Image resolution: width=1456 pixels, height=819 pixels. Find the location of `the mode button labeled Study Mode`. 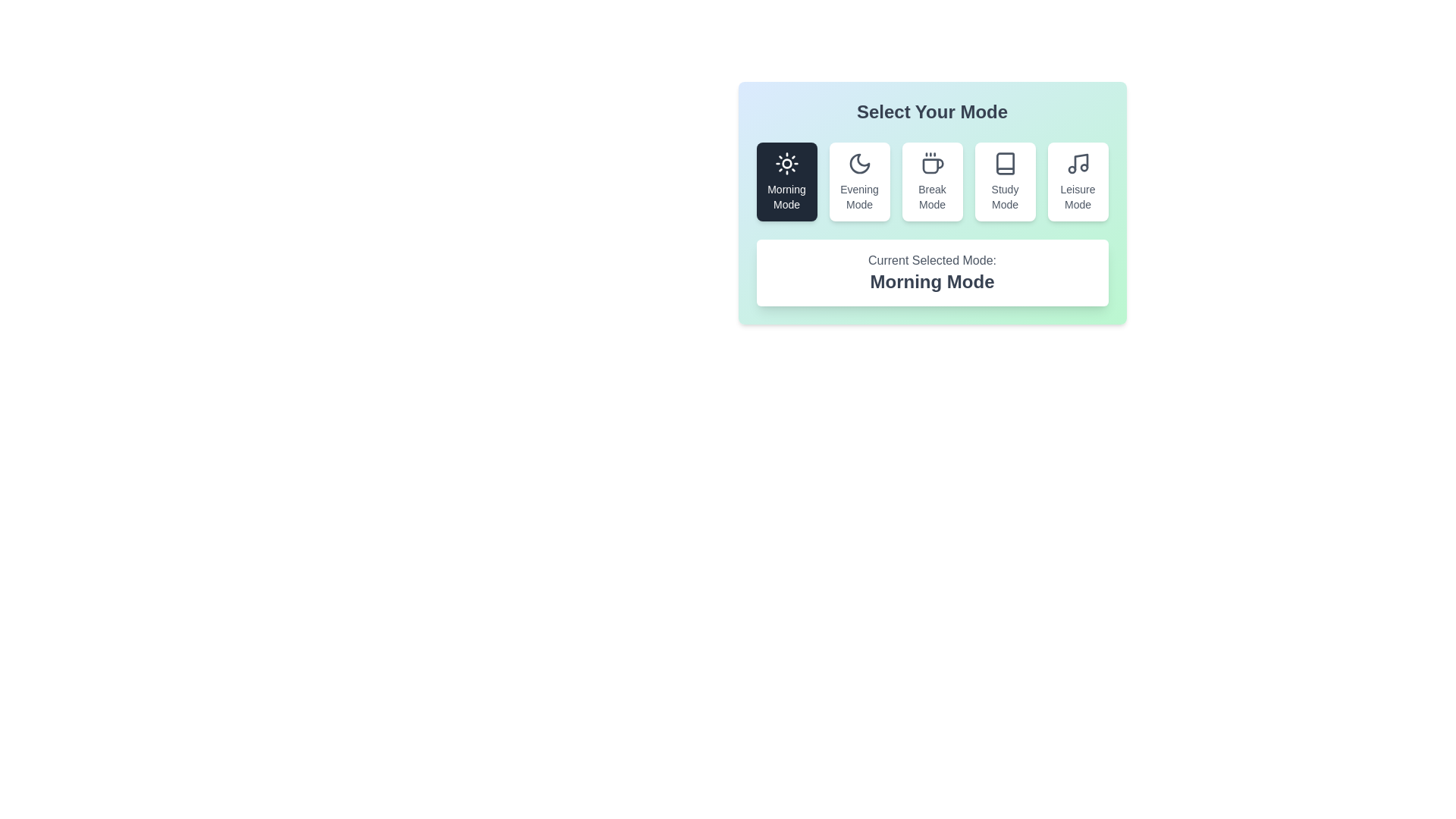

the mode button labeled Study Mode is located at coordinates (1005, 180).